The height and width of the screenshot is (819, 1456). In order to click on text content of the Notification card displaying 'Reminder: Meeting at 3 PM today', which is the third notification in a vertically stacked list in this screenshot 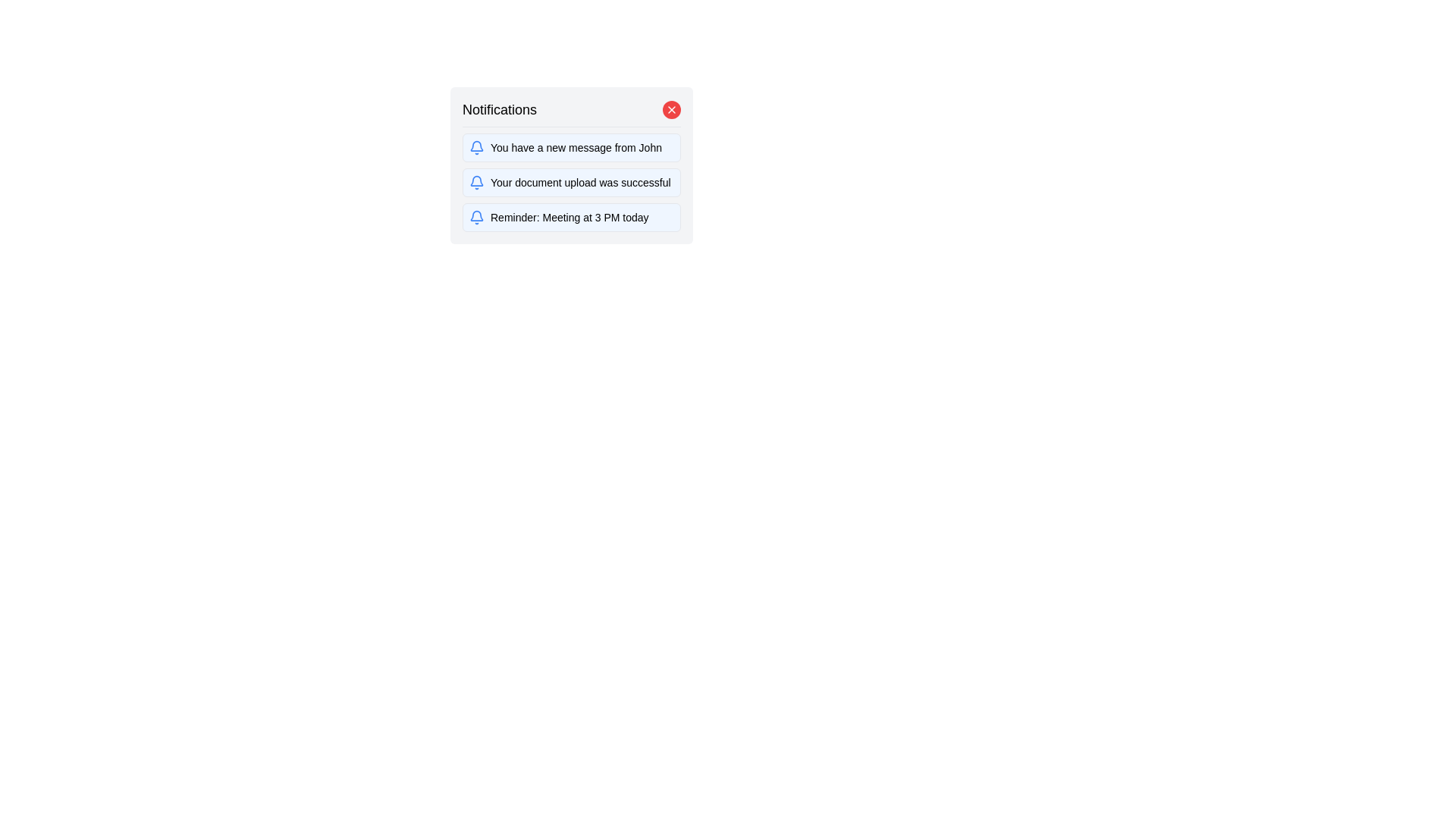, I will do `click(570, 217)`.